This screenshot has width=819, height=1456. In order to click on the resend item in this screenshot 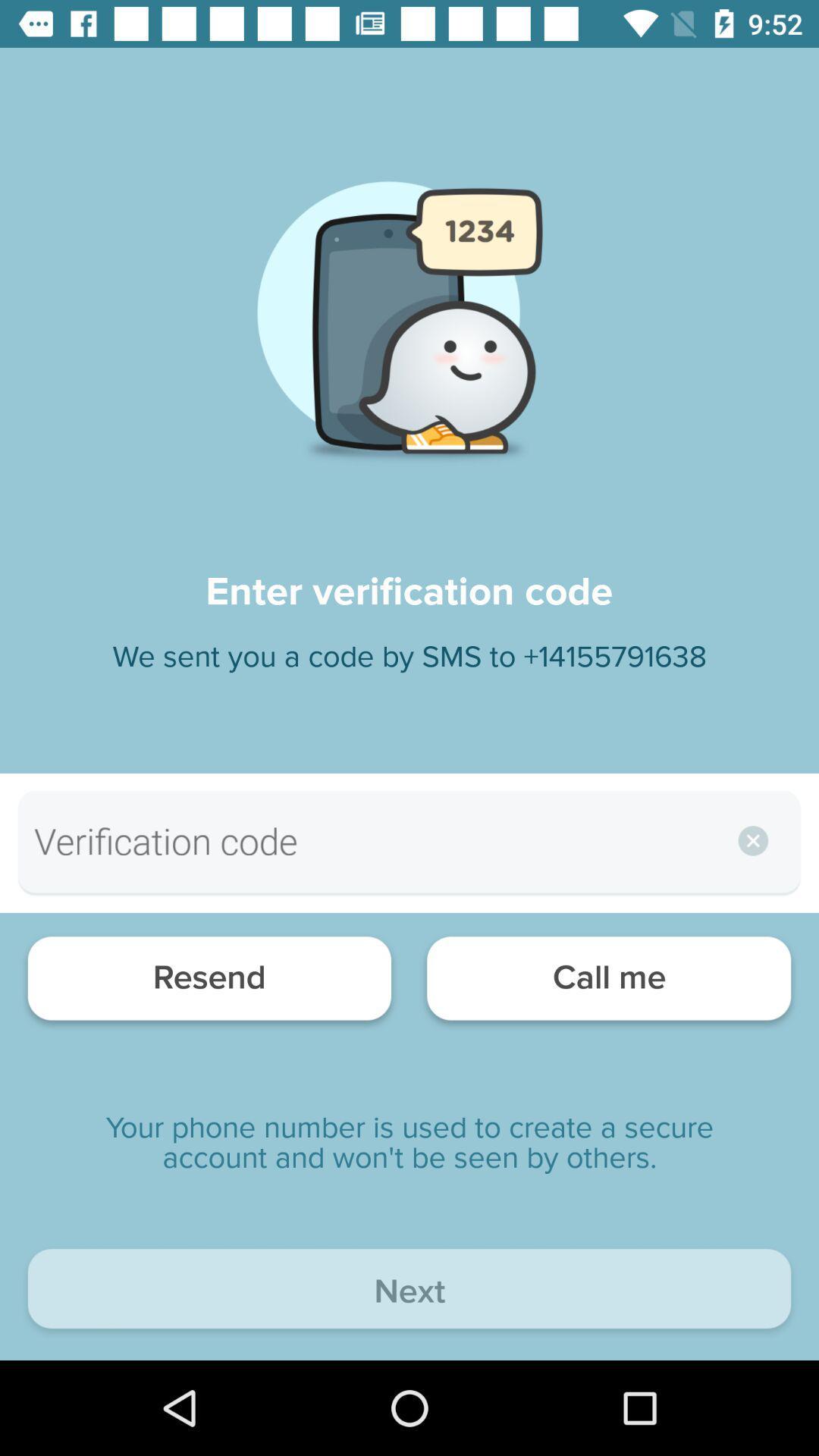, I will do `click(209, 982)`.